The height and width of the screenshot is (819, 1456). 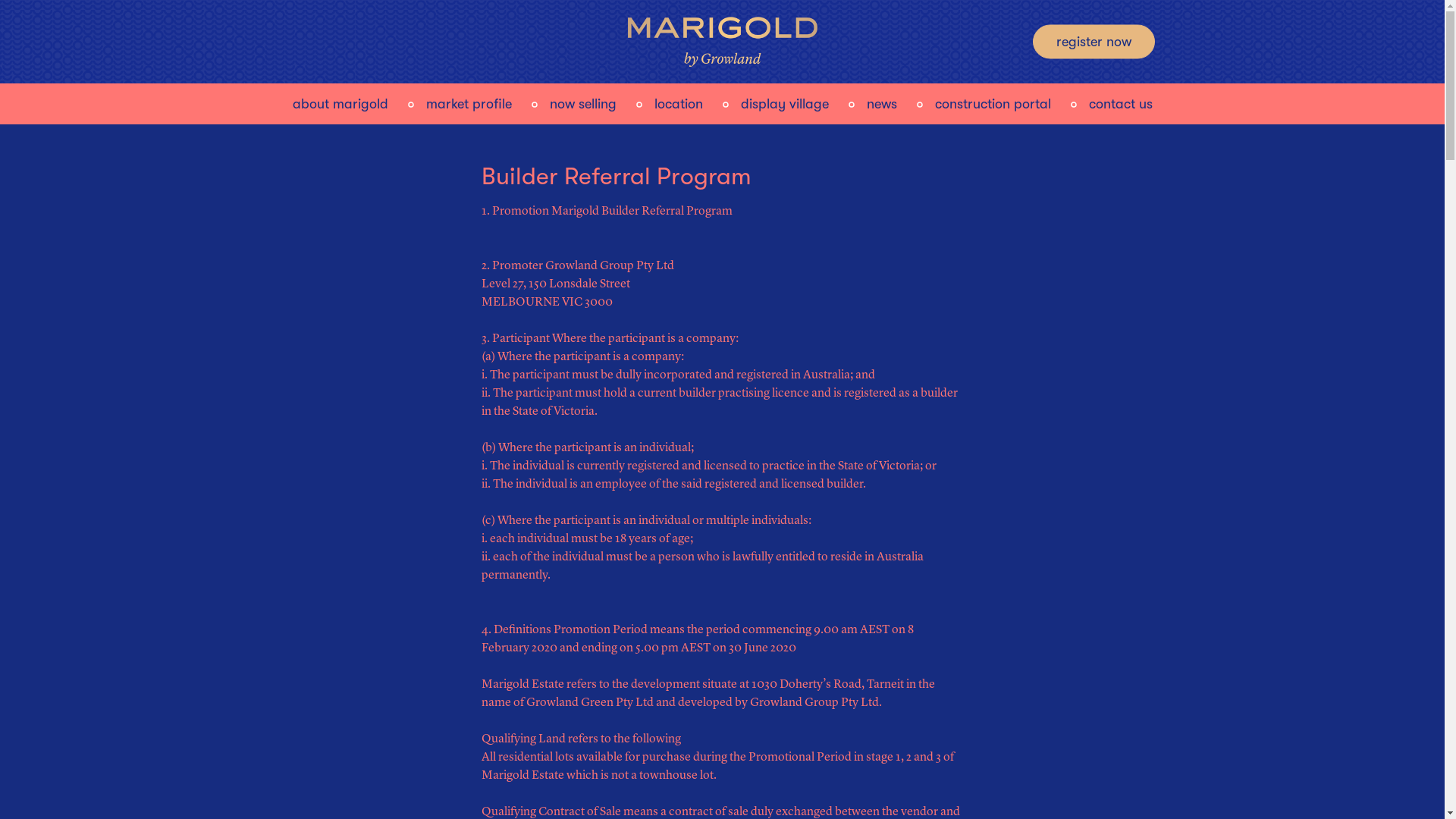 What do you see at coordinates (676, 101) in the screenshot?
I see `'location'` at bounding box center [676, 101].